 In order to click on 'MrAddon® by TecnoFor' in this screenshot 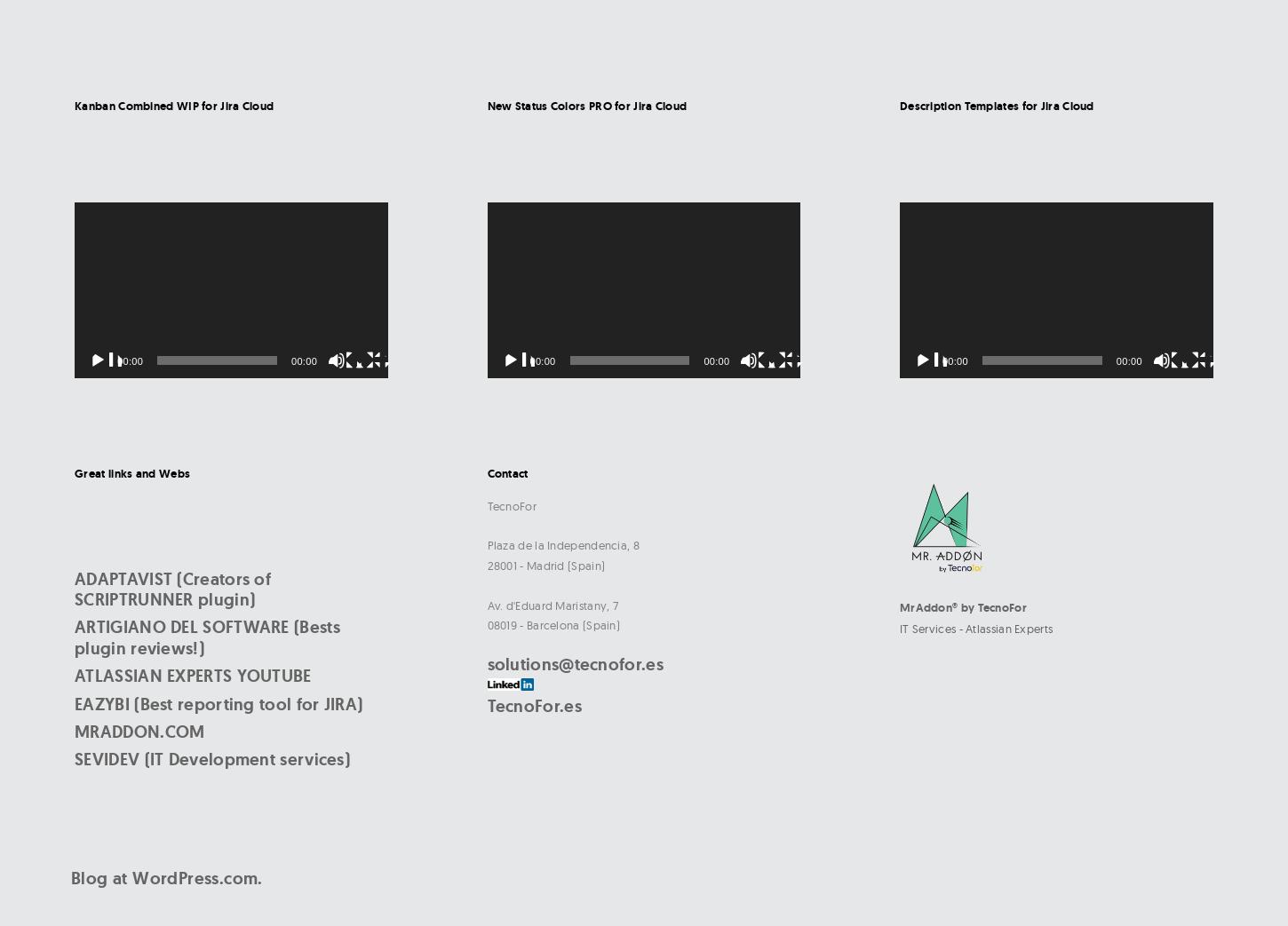, I will do `click(962, 607)`.